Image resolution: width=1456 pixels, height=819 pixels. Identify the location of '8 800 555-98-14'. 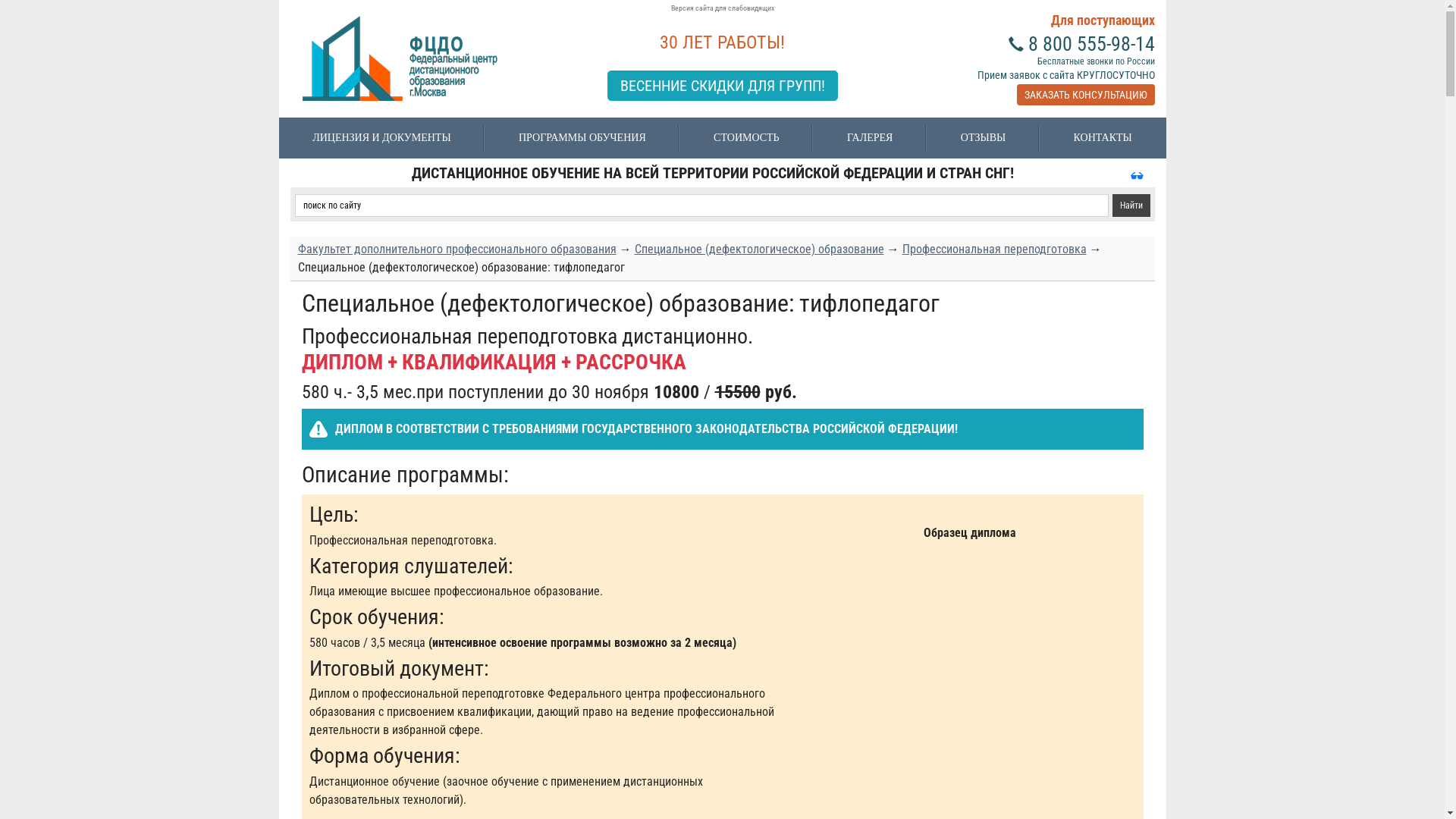
(1028, 42).